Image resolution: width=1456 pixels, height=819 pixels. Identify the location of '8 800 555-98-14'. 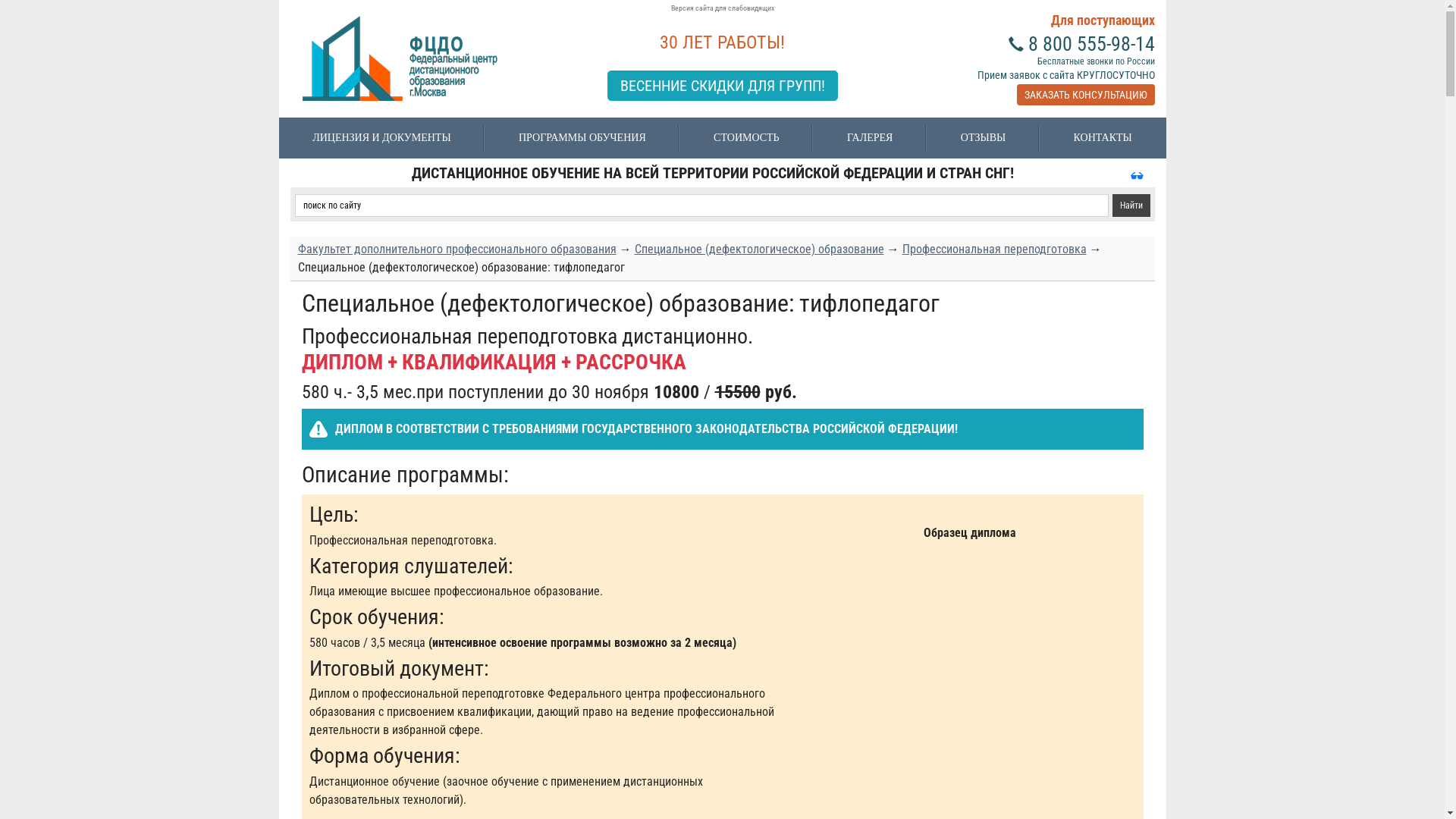
(1028, 42).